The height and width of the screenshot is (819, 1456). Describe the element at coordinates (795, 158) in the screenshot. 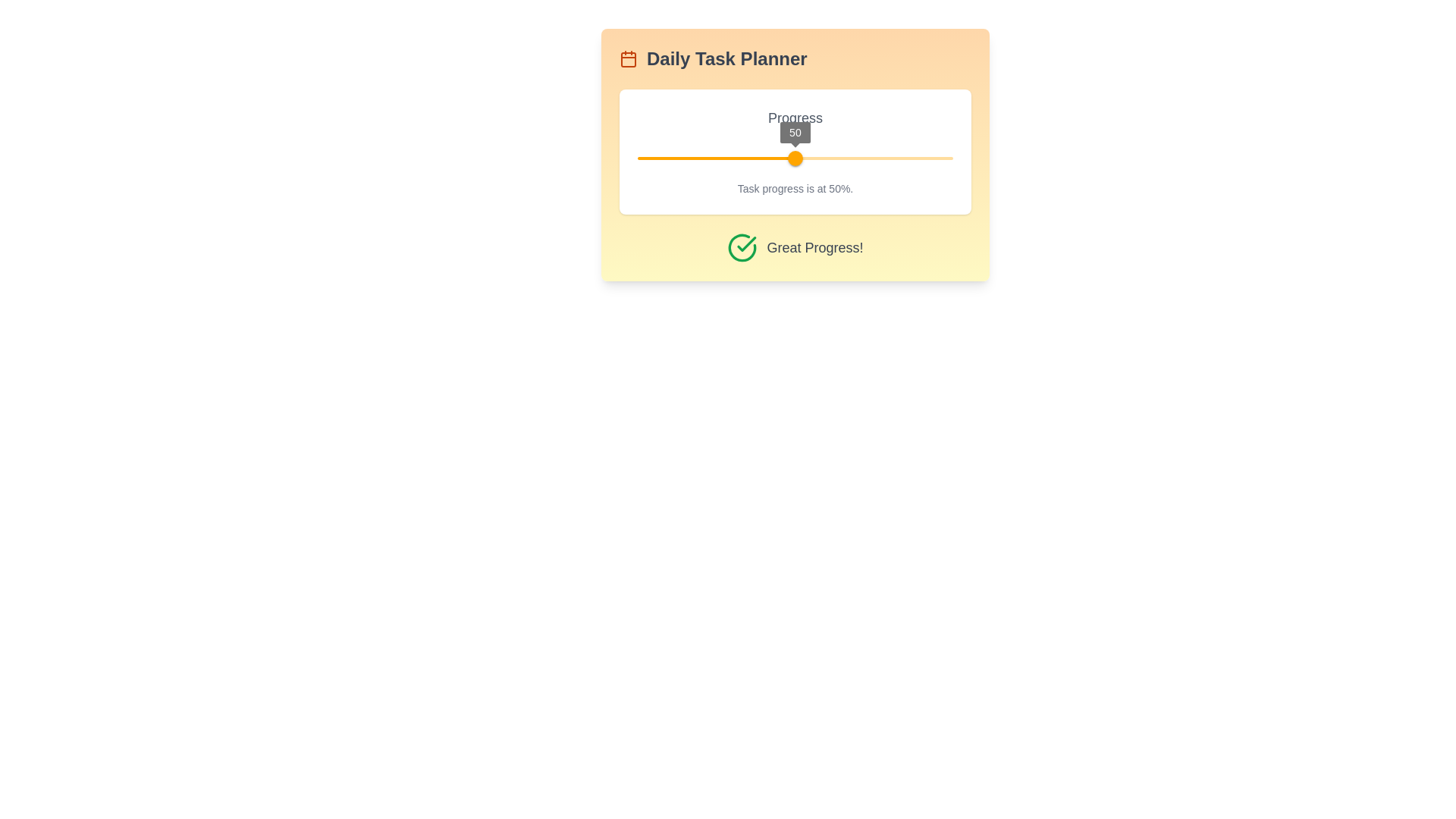

I see `the track of the Slider component to move the thumb to a specific position, currently displaying a value of '50'` at that location.